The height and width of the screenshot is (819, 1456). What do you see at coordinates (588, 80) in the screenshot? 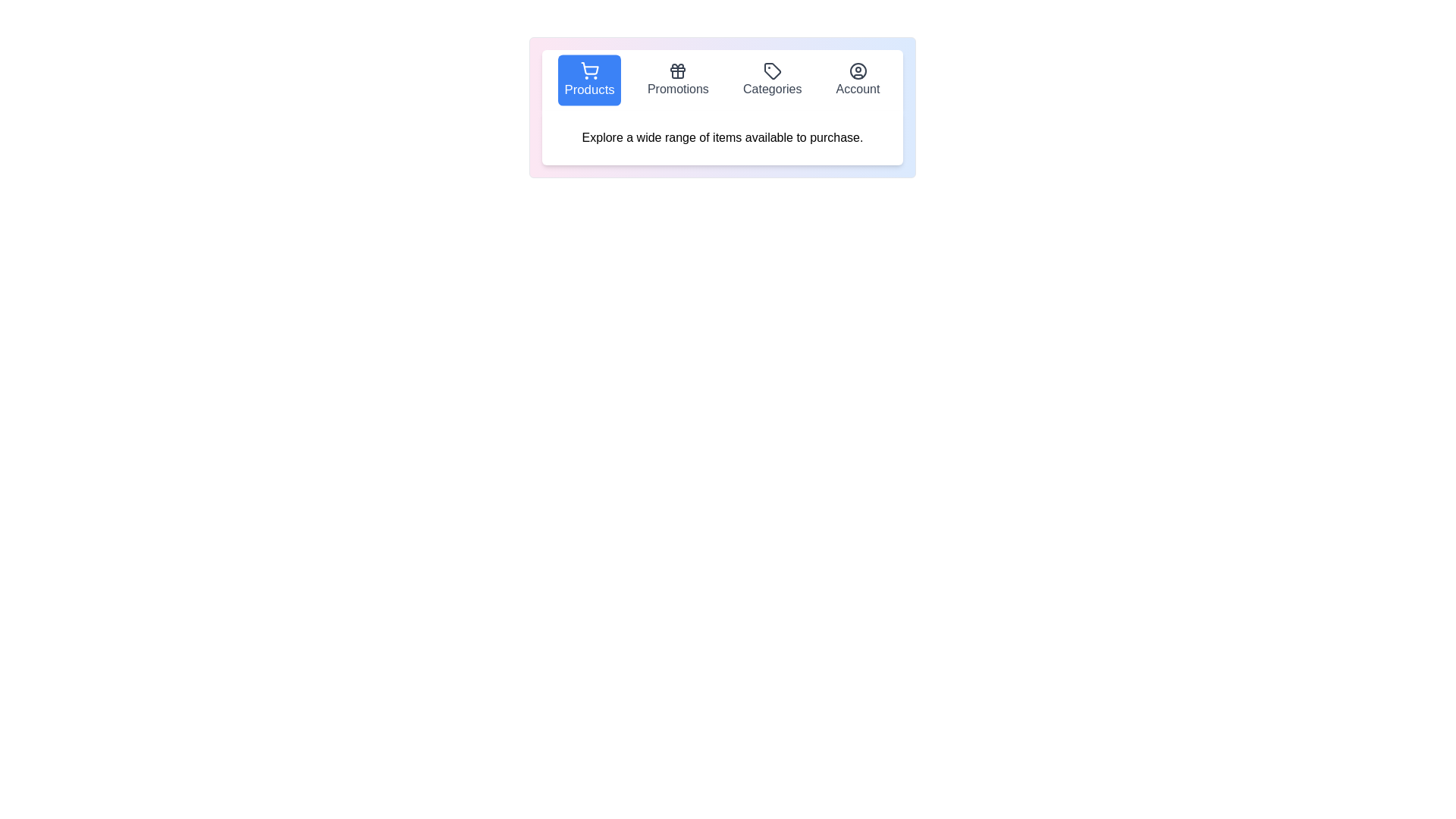
I see `the tab labeled Products to select it` at bounding box center [588, 80].